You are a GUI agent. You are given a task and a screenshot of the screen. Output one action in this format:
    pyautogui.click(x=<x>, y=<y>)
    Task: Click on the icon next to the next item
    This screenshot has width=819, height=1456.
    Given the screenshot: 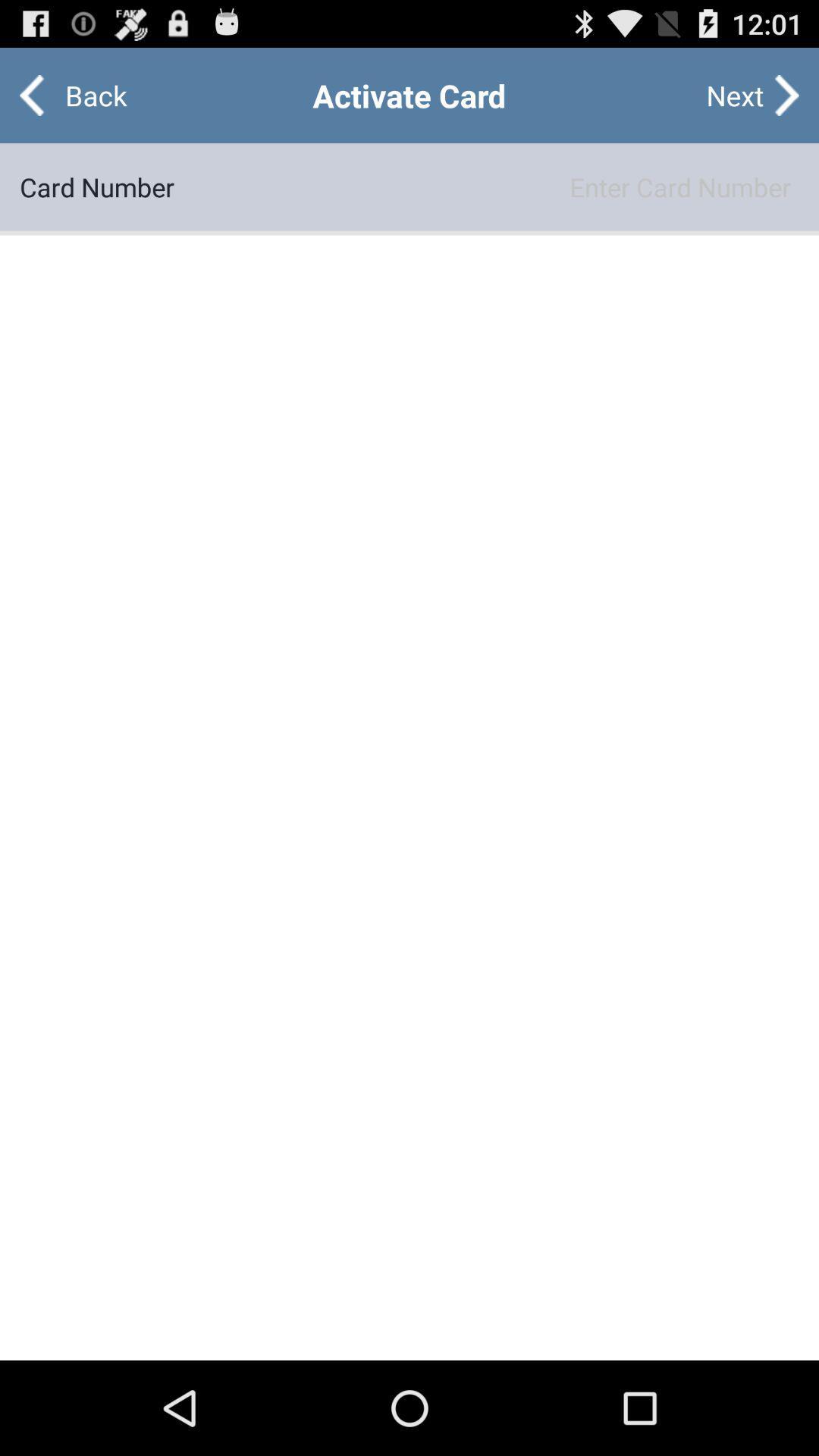 What is the action you would take?
    pyautogui.click(x=83, y=94)
    